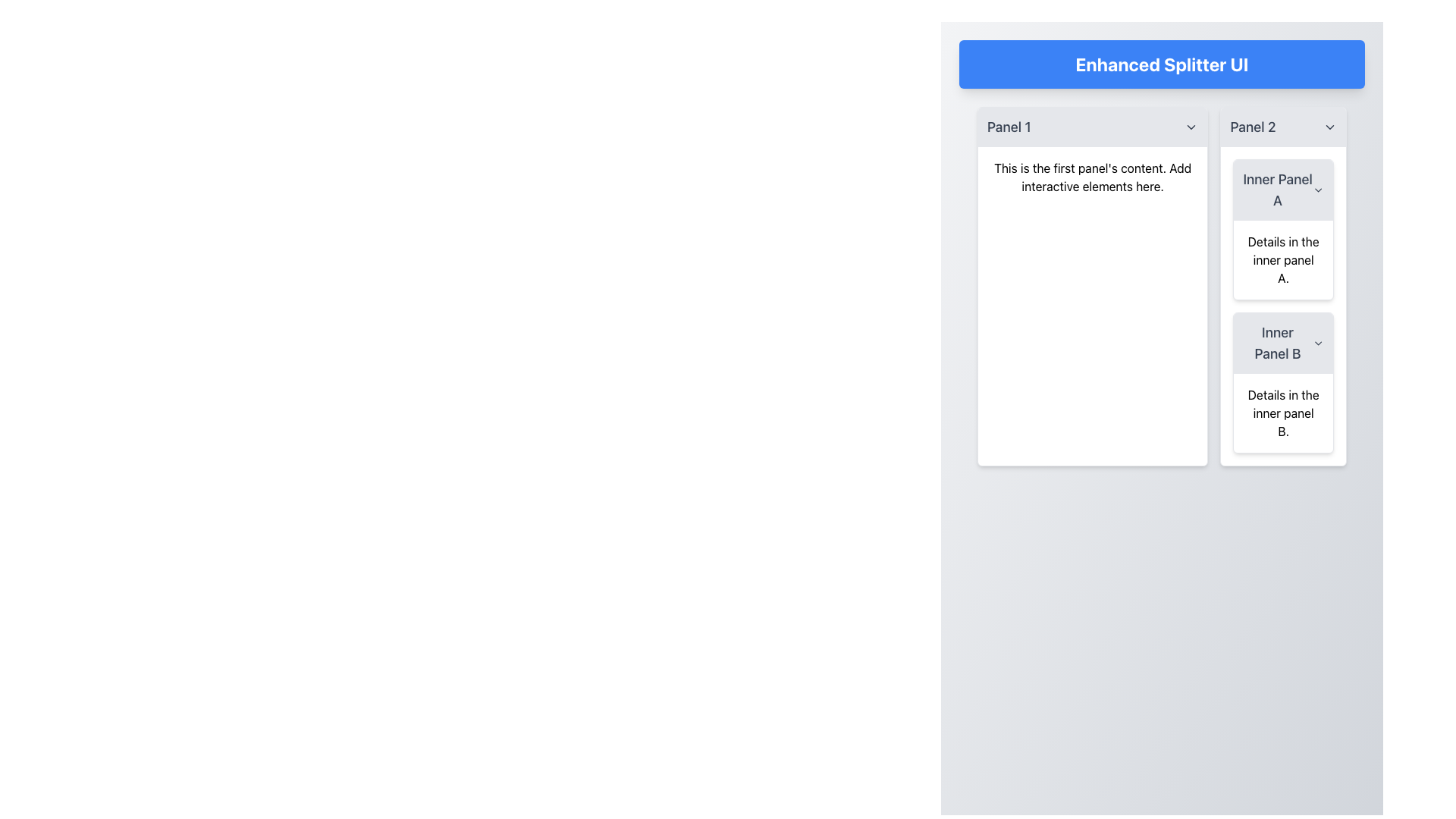  What do you see at coordinates (1282, 413) in the screenshot?
I see `text block that displays 'Details in the inner panel B' located within the 'Inner Panel B' sub-panel under 'Panel 2'` at bounding box center [1282, 413].